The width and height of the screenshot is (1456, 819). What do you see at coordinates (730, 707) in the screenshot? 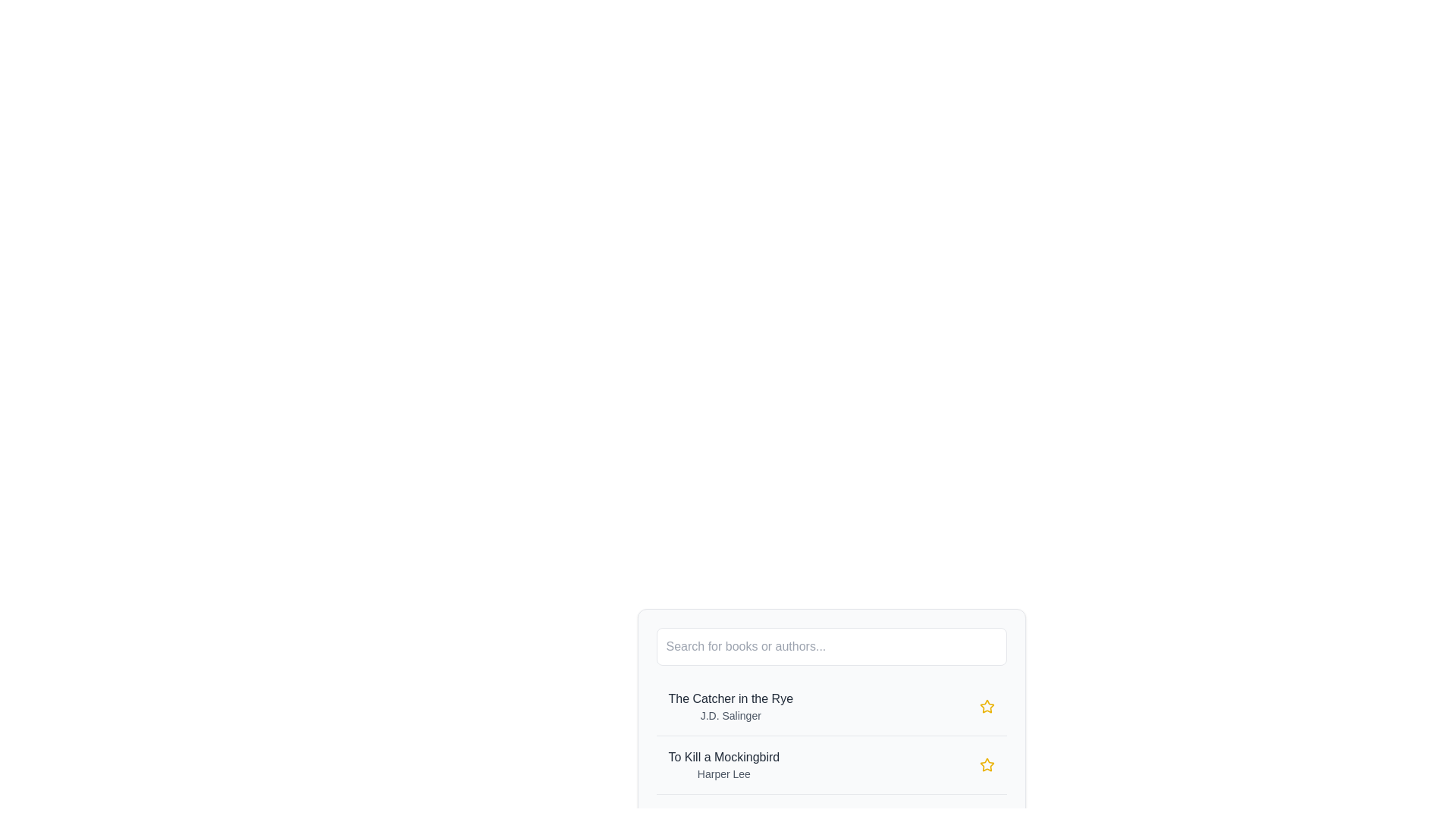
I see `to select the book titled 'The Catcher in the Rye' by author 'J.D. Salinger', which is the topmost entry in the list of similar elements` at bounding box center [730, 707].